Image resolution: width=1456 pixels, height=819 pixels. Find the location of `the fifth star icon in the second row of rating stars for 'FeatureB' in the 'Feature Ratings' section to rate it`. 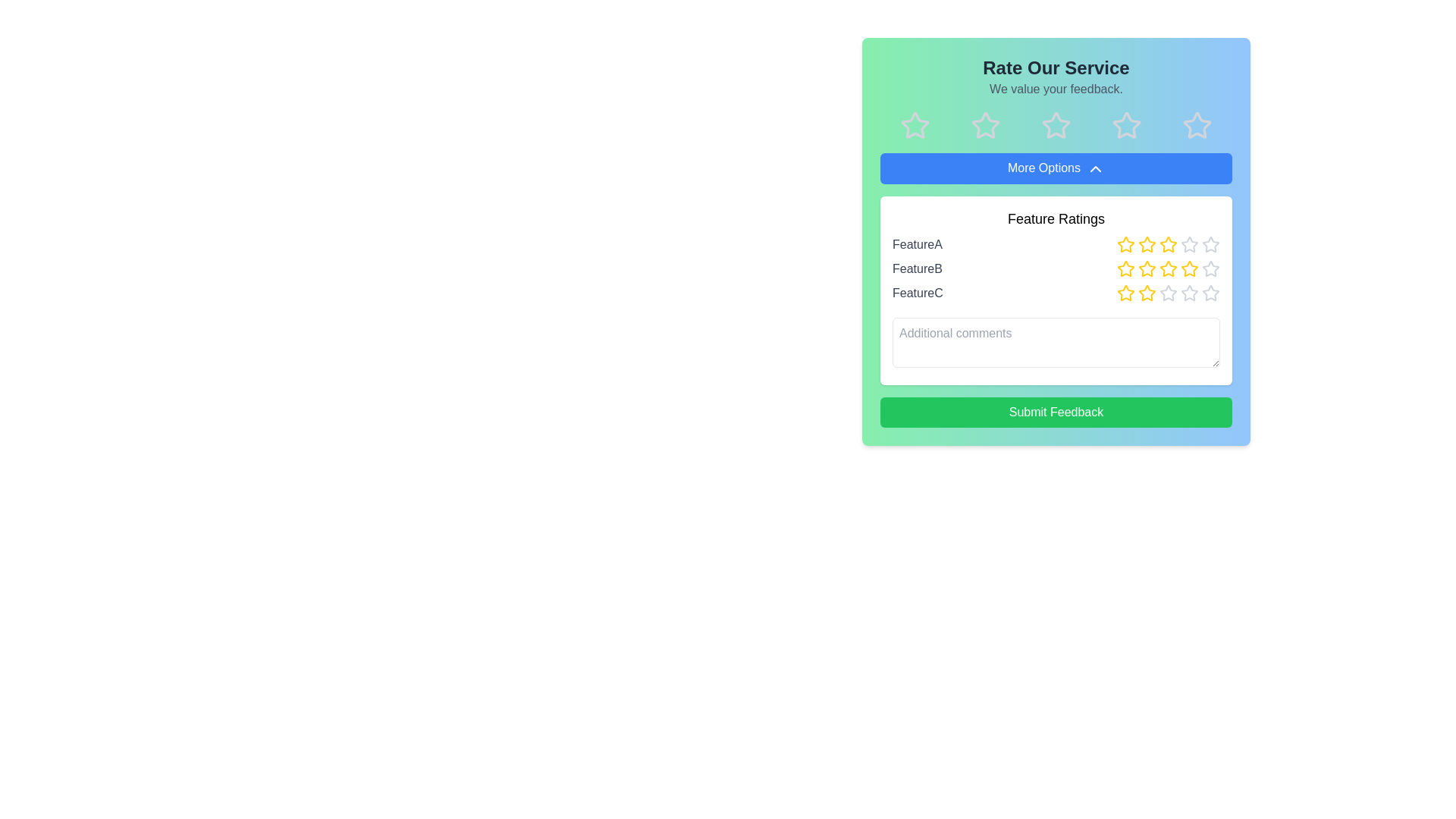

the fifth star icon in the second row of rating stars for 'FeatureB' in the 'Feature Ratings' section to rate it is located at coordinates (1210, 268).